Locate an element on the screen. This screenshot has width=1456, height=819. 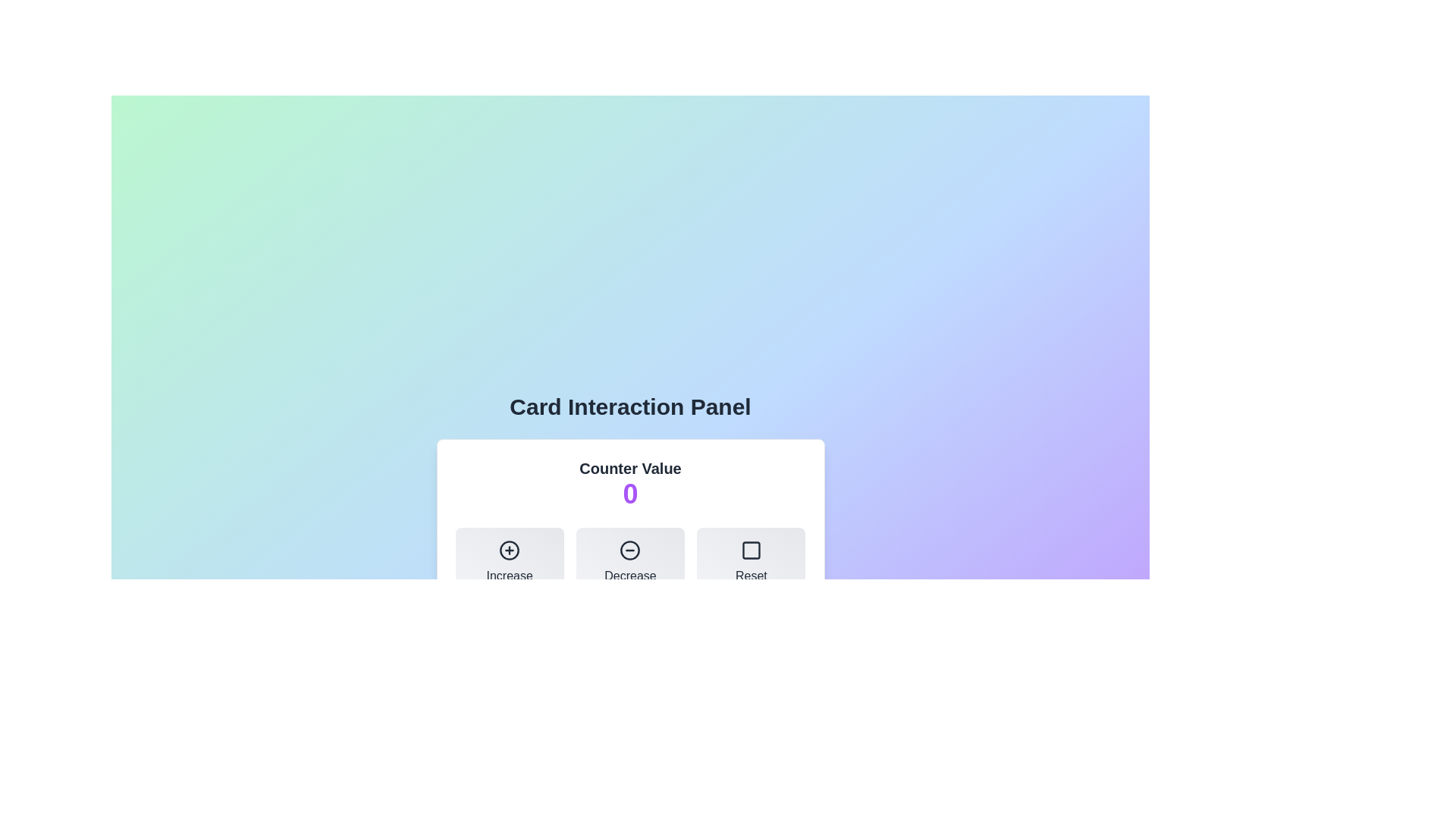
the icon resembling a circle with a horizontal minus symbol at its center, which is part of the 'Decrease' button located below the 'Counter Value' section is located at coordinates (630, 550).